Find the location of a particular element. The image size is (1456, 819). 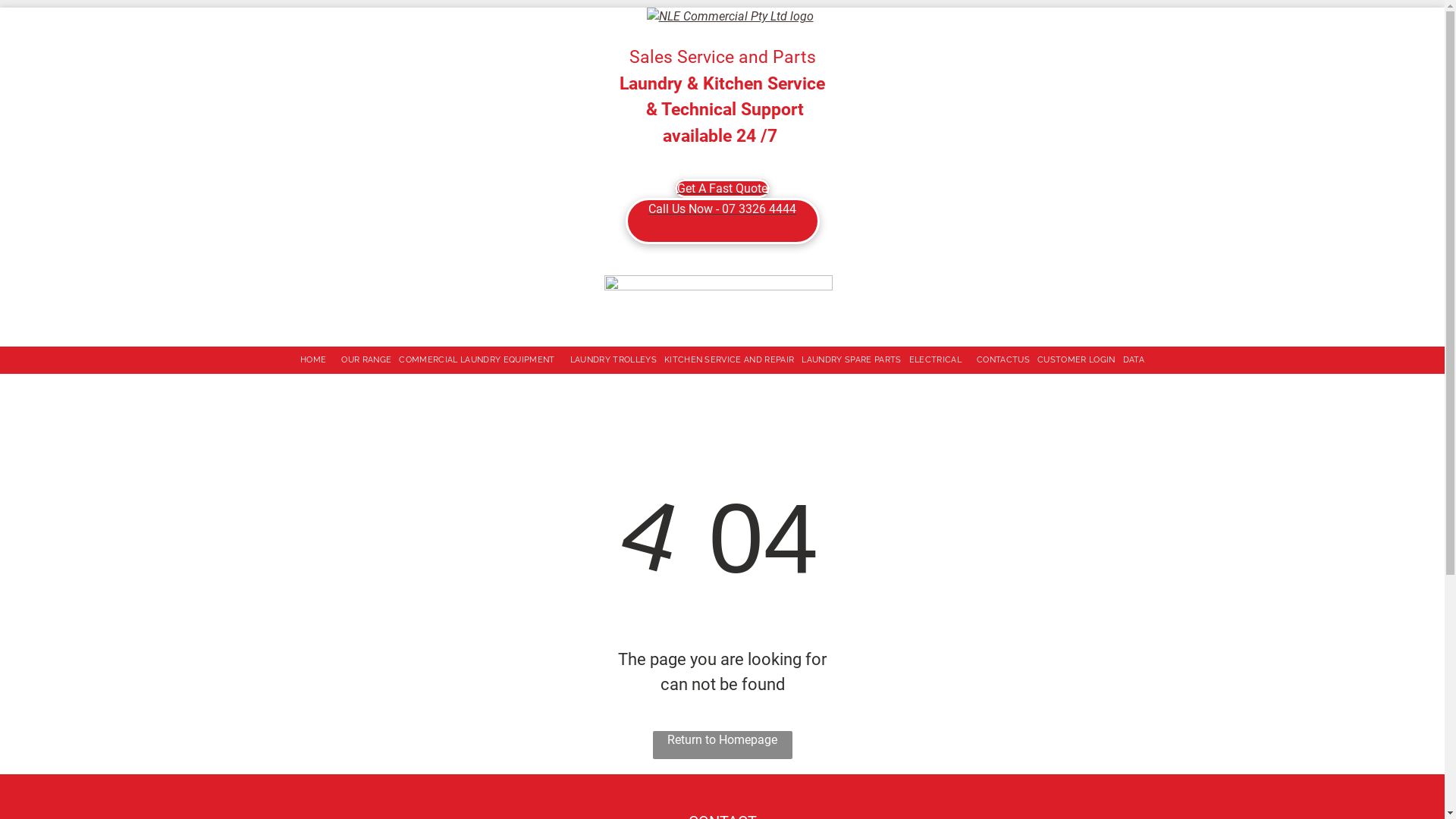

'COMMERCIAL LAUNDRY EQUIPMENT' is located at coordinates (479, 360).